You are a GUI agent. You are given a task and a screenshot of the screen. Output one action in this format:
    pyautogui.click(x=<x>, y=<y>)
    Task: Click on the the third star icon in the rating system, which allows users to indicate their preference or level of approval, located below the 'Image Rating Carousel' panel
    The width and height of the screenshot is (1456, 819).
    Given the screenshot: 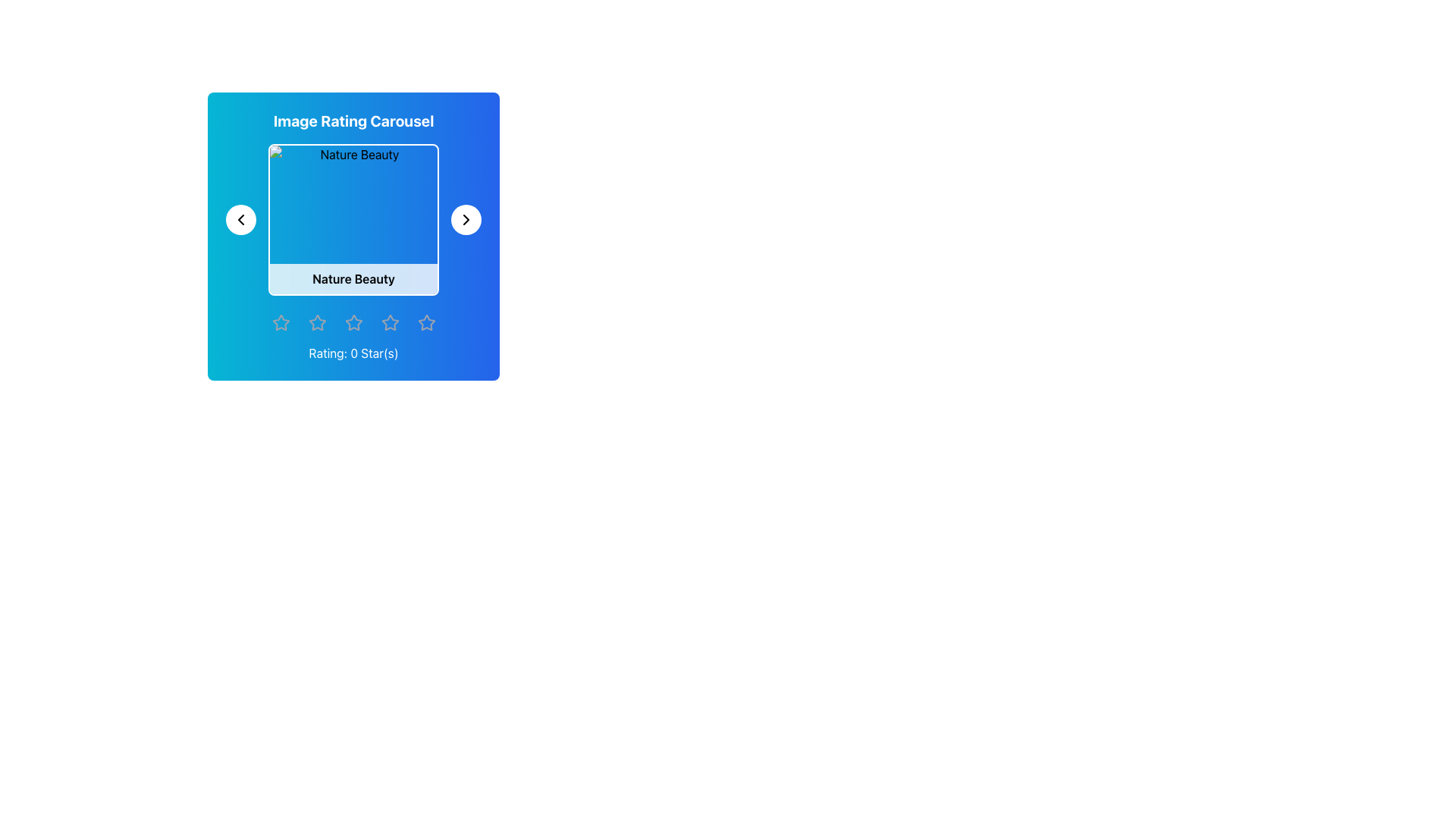 What is the action you would take?
    pyautogui.click(x=353, y=322)
    